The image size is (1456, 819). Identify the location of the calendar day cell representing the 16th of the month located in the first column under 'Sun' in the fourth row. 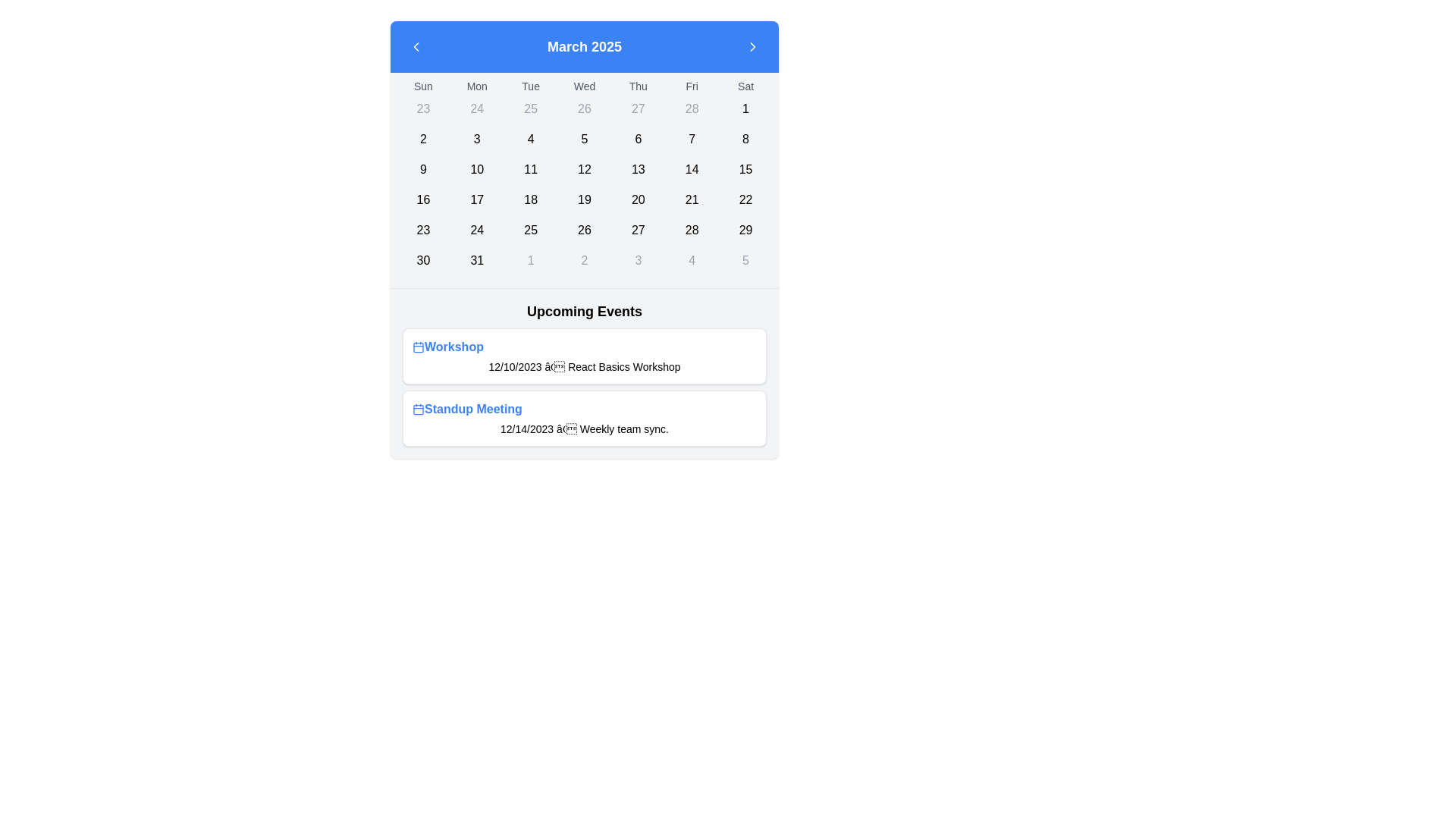
(423, 199).